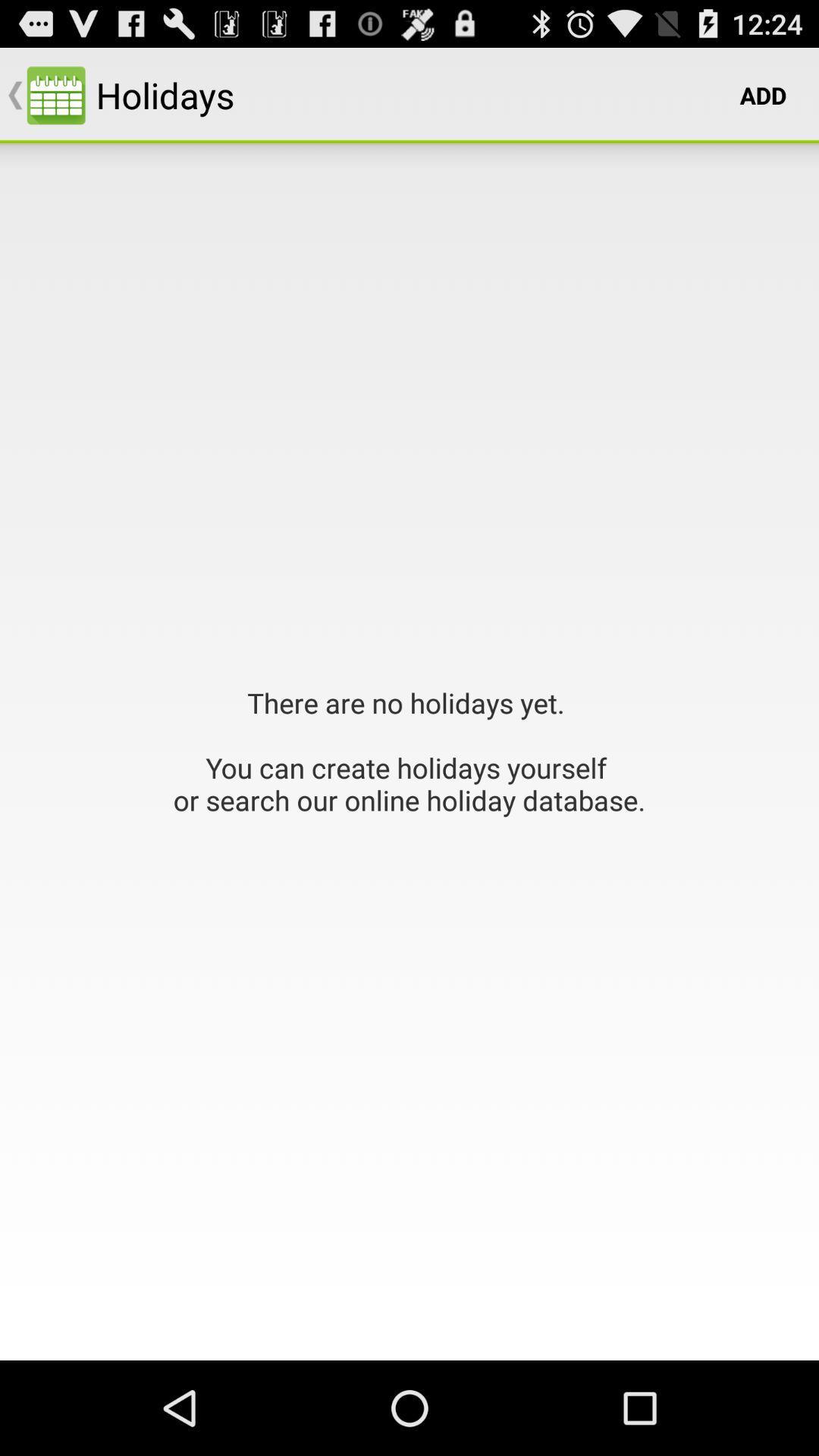  What do you see at coordinates (763, 94) in the screenshot?
I see `item to the right of holidays icon` at bounding box center [763, 94].